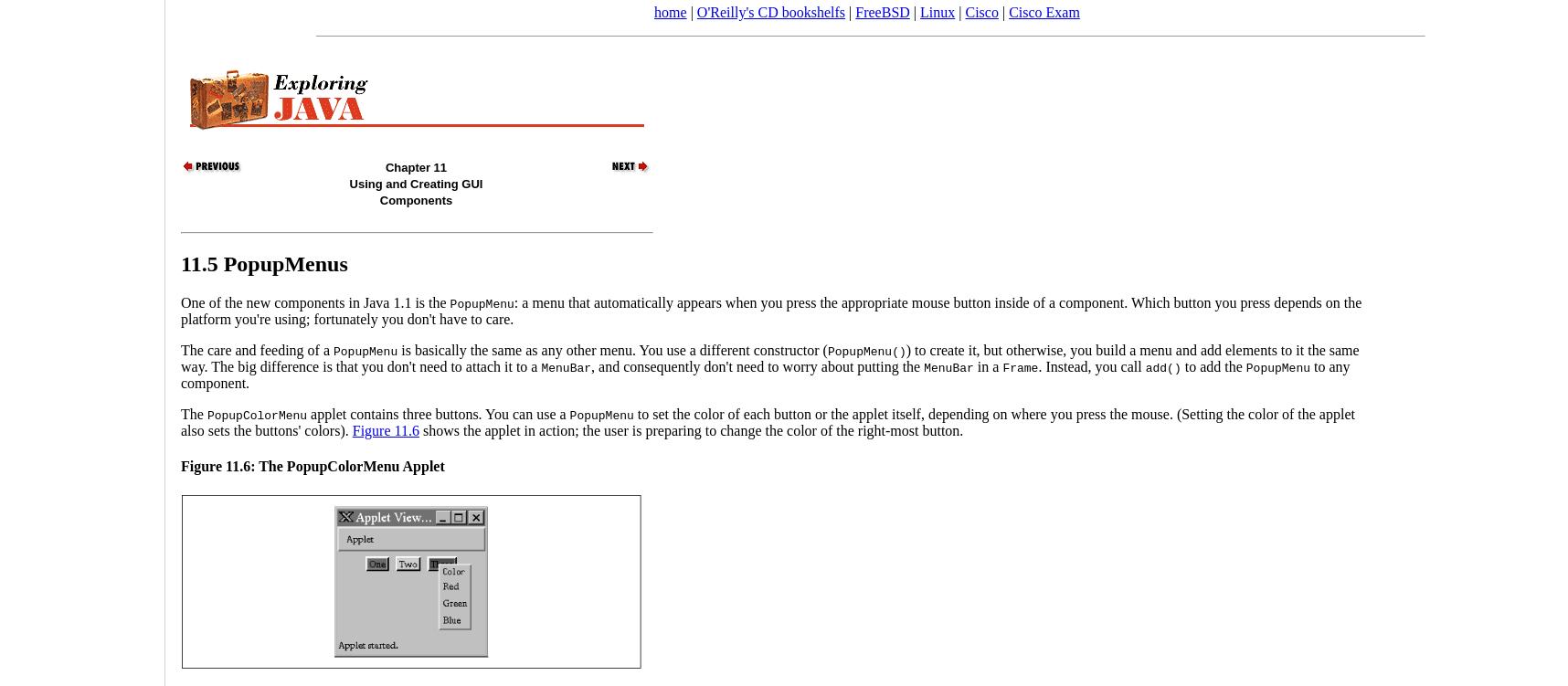  I want to click on 'to add the', so click(1212, 364).